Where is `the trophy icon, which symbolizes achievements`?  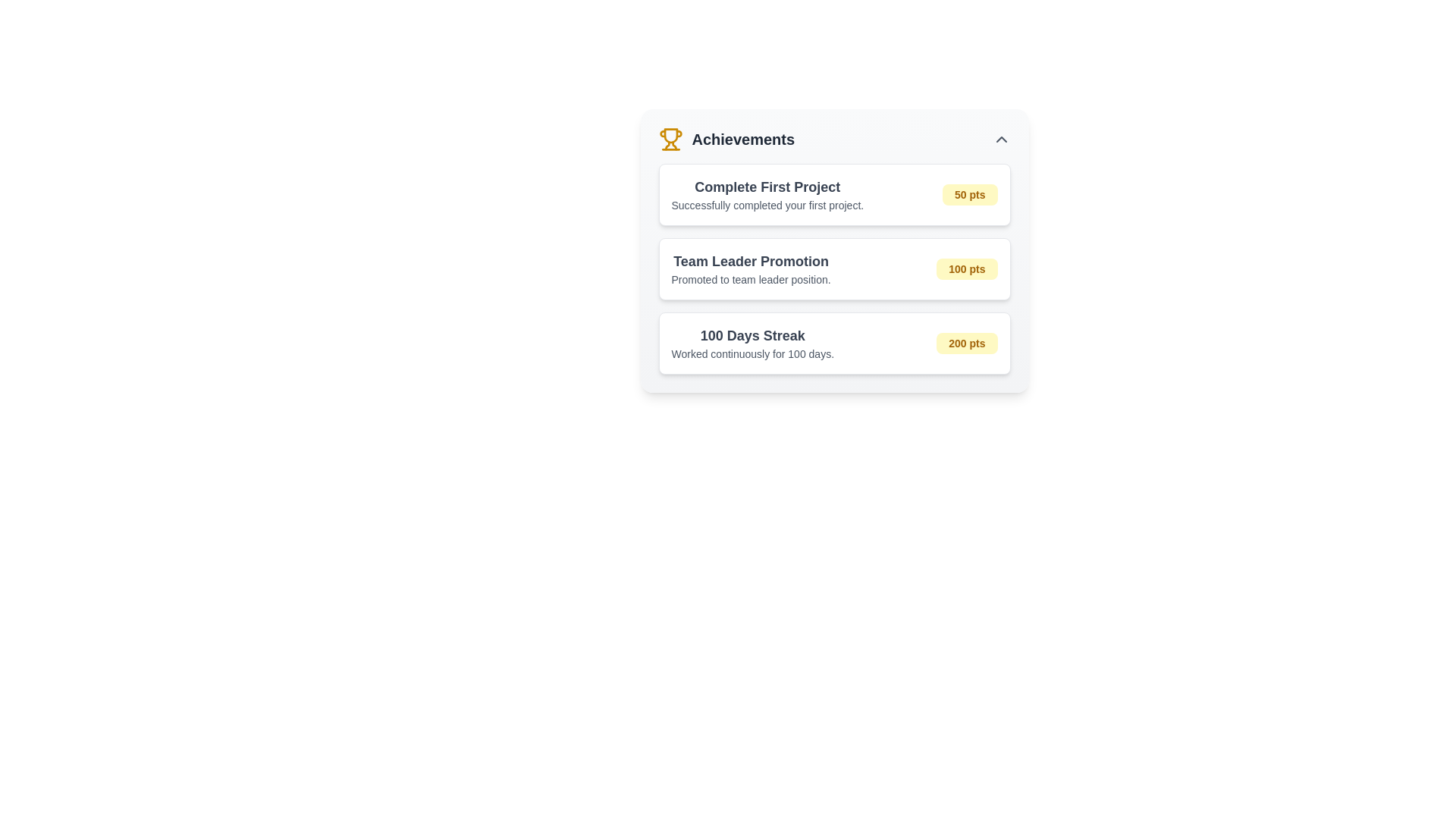 the trophy icon, which symbolizes achievements is located at coordinates (670, 140).